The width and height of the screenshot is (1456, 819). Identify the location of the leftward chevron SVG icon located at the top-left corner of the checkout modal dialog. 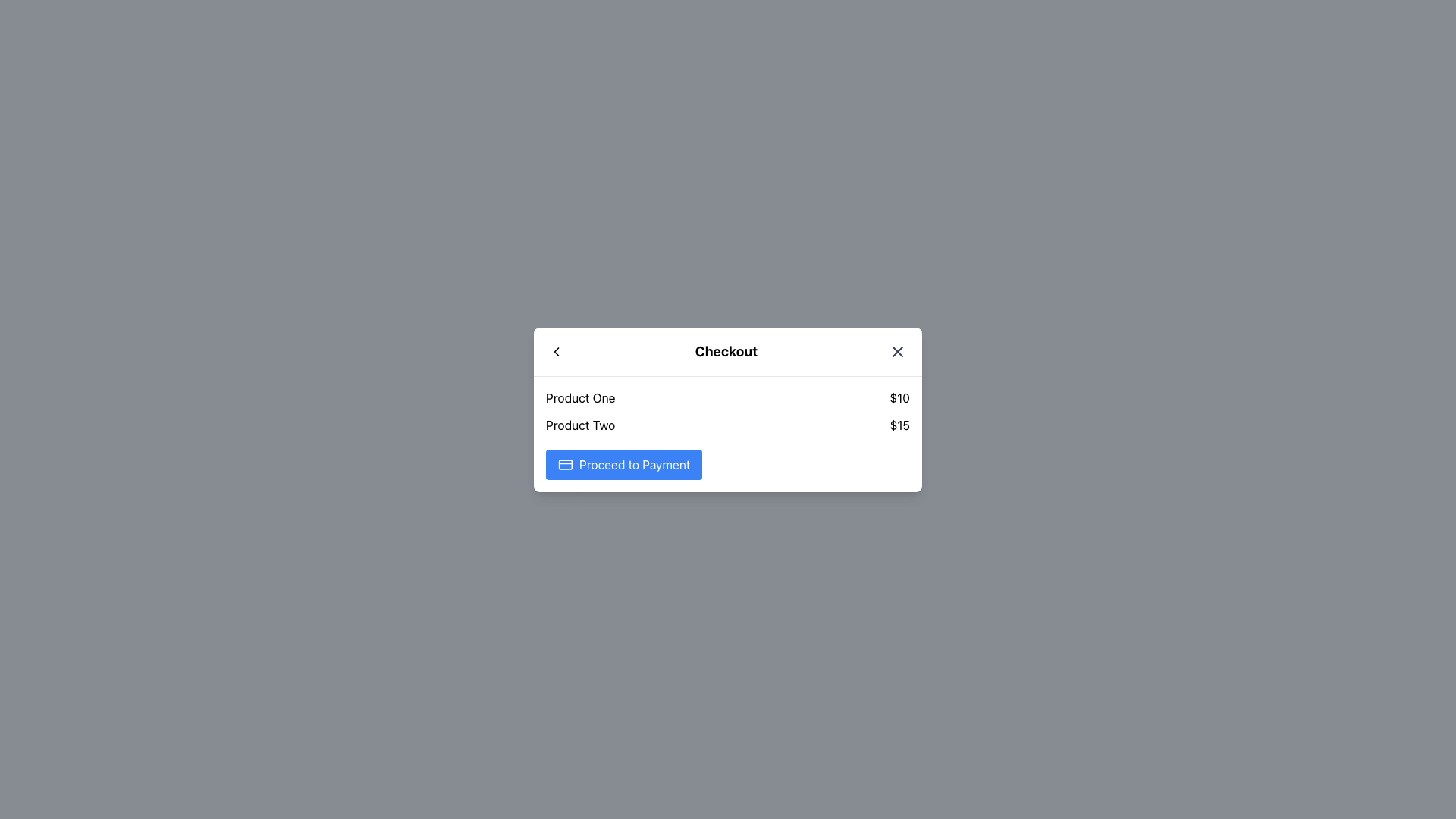
(556, 350).